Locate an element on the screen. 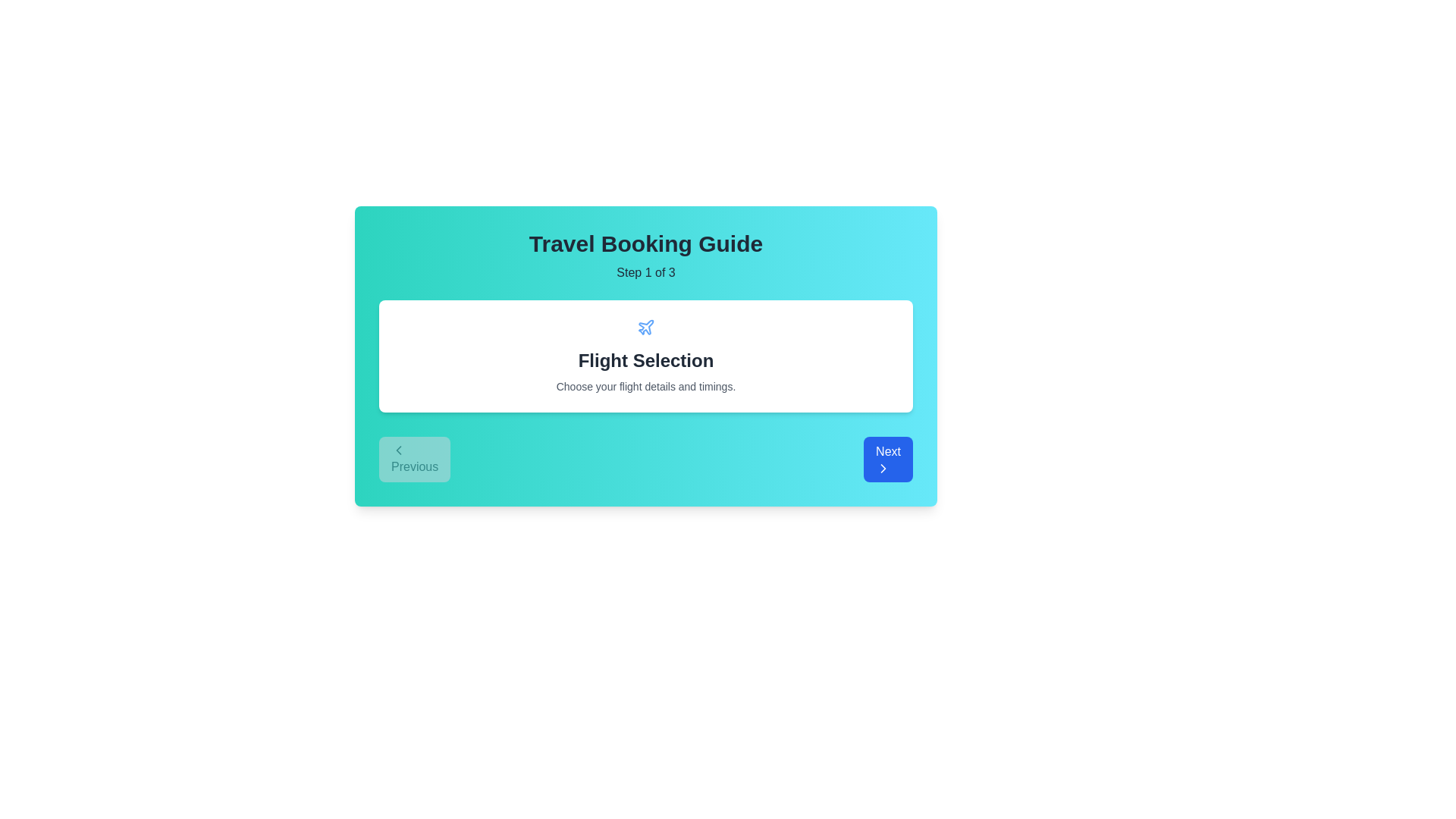 The height and width of the screenshot is (819, 1456). the non-interactive step indicator text label that shows 'Step 1 of 3' located beneath the title 'Travel Booking Guide' is located at coordinates (645, 271).